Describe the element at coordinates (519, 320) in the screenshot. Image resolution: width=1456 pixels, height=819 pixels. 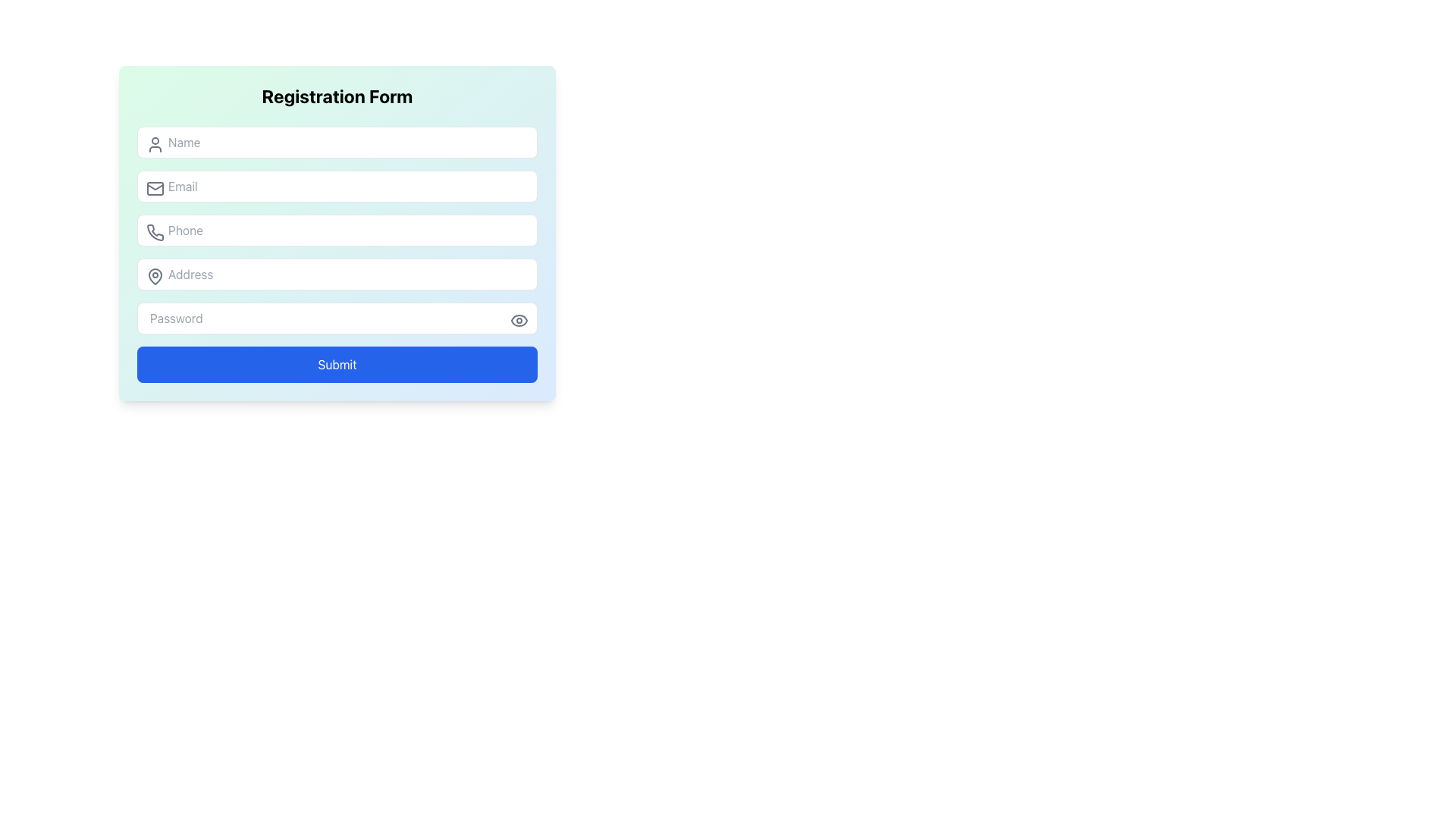
I see `the eye icon component located on the right side of the password input field, which signifies the 'show password' functionality` at that location.